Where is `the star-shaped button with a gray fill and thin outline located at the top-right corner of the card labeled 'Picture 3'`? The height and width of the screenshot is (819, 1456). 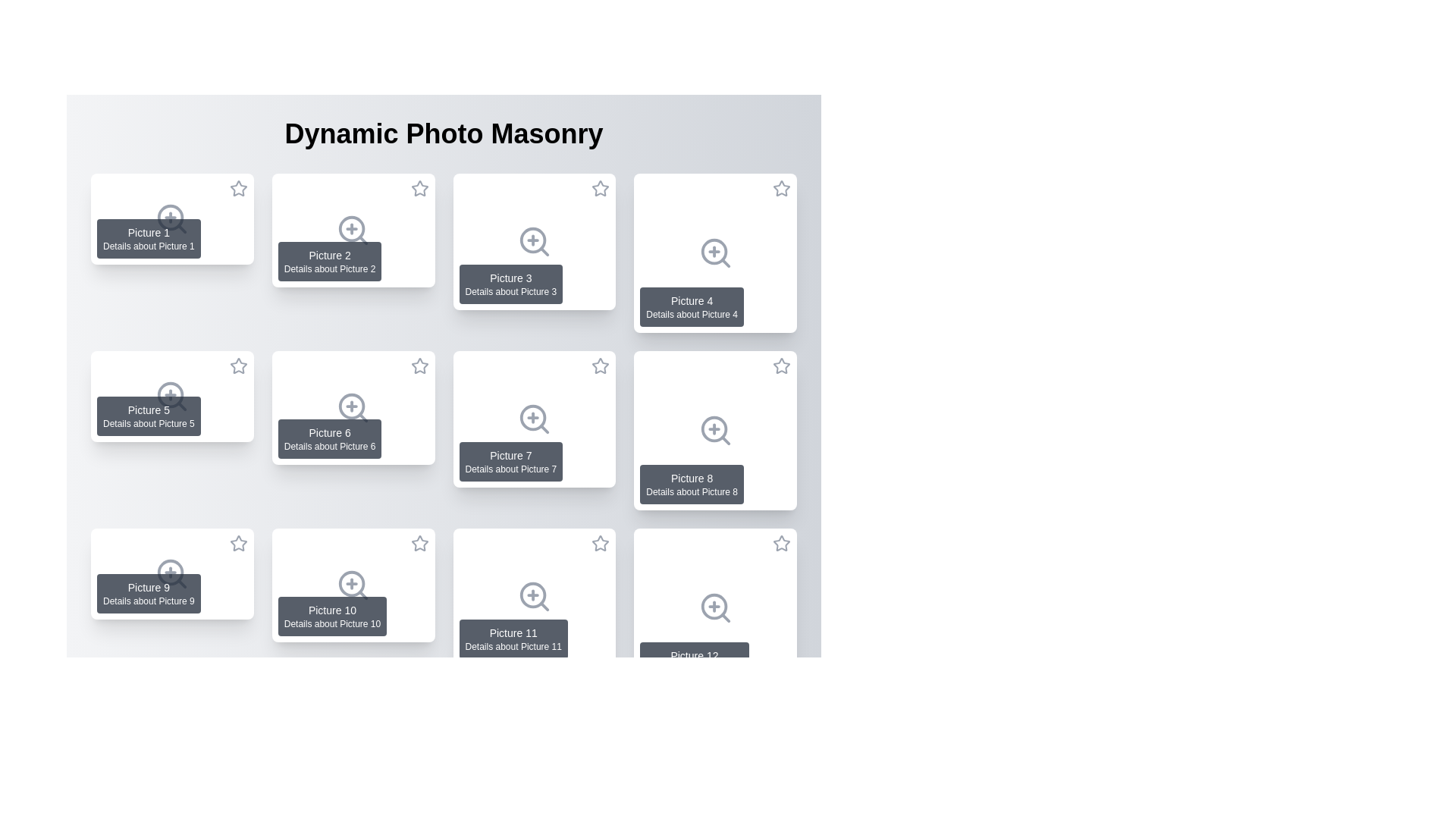 the star-shaped button with a gray fill and thin outline located at the top-right corner of the card labeled 'Picture 3' is located at coordinates (600, 188).